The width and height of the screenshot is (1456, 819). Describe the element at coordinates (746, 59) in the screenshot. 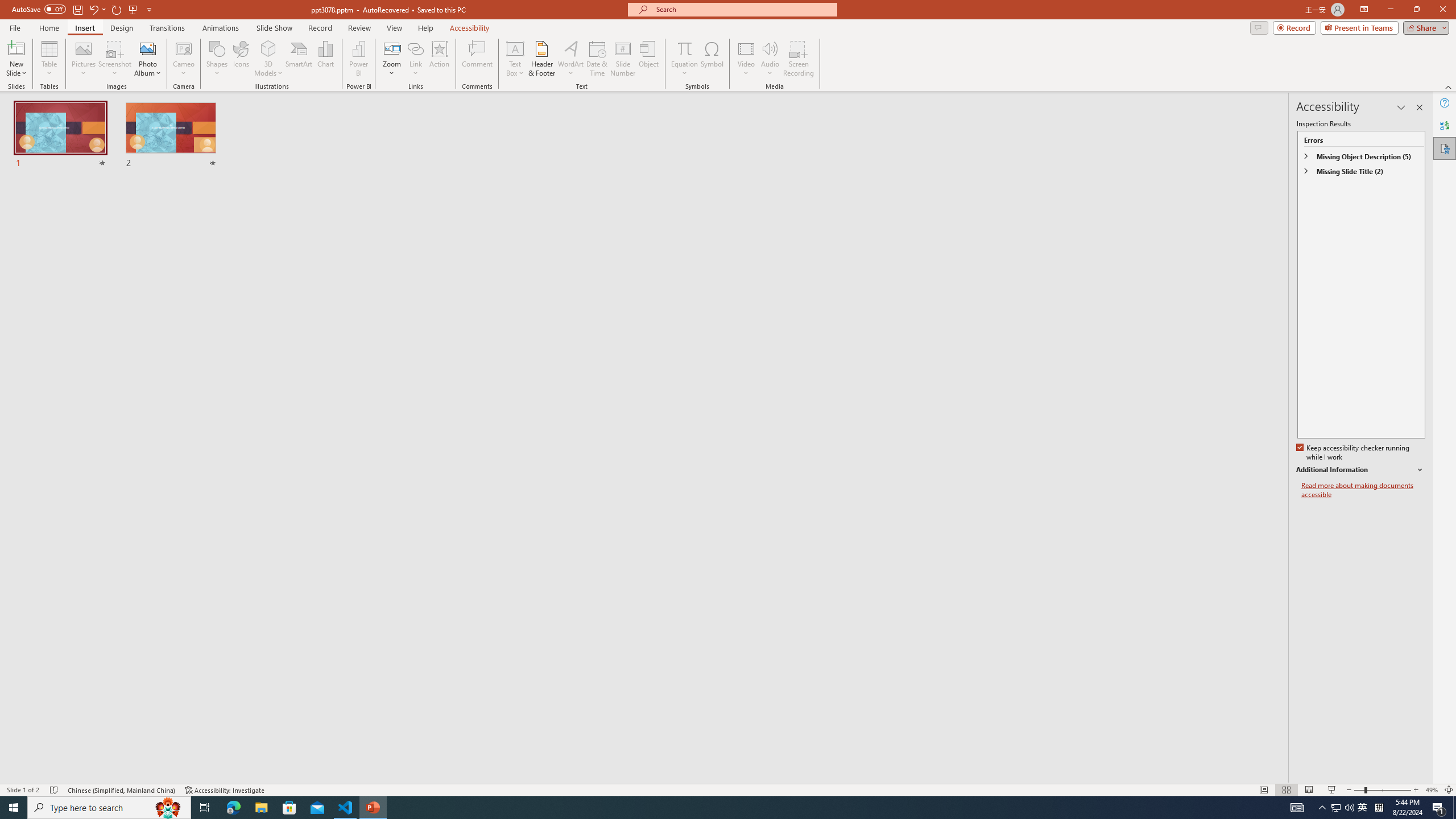

I see `'Video'` at that location.